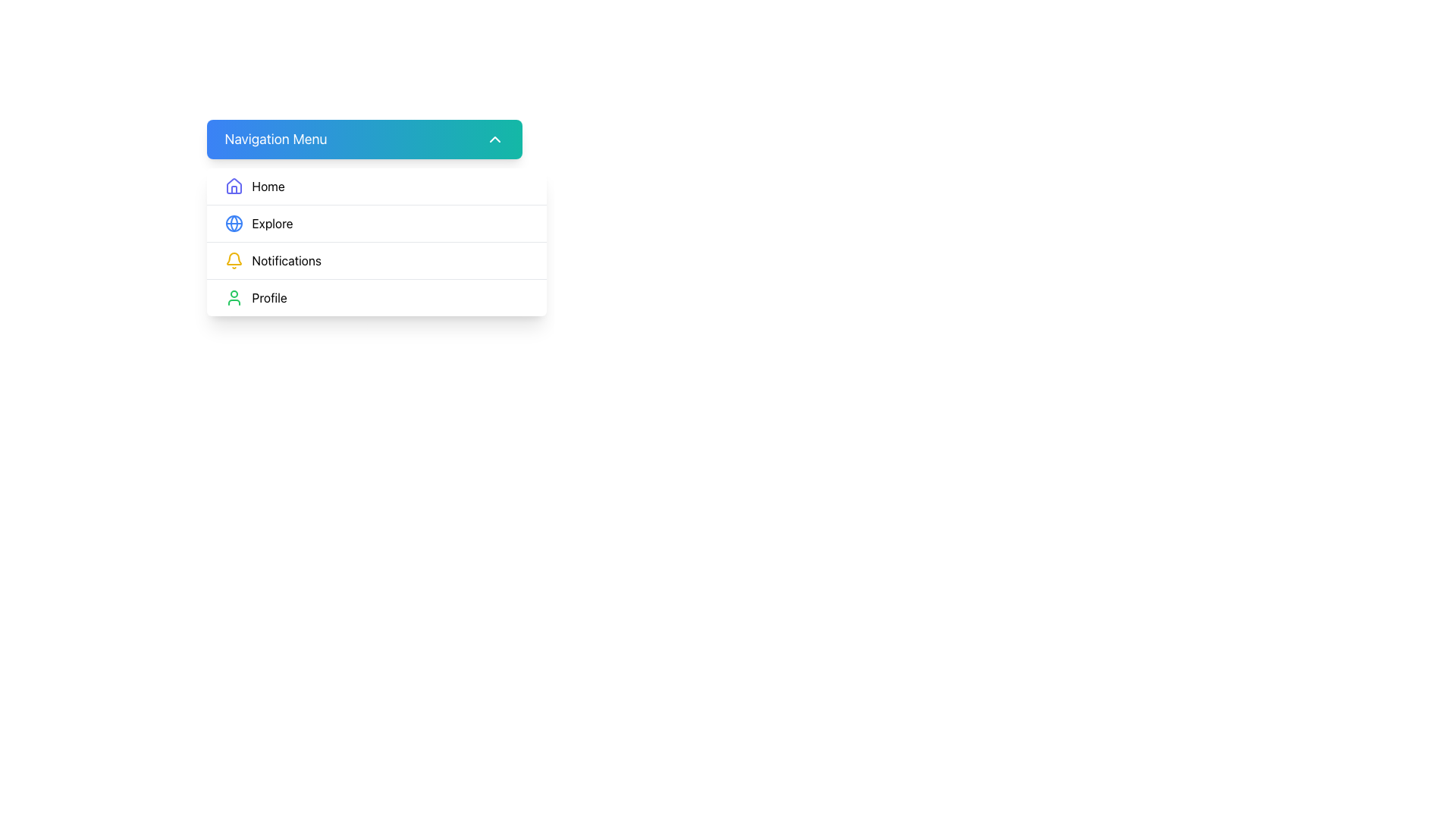 This screenshot has height=819, width=1456. Describe the element at coordinates (233, 223) in the screenshot. I see `the appearance of the globe icon with a blue border located next to the 'Explore' label in the navigation menu` at that location.